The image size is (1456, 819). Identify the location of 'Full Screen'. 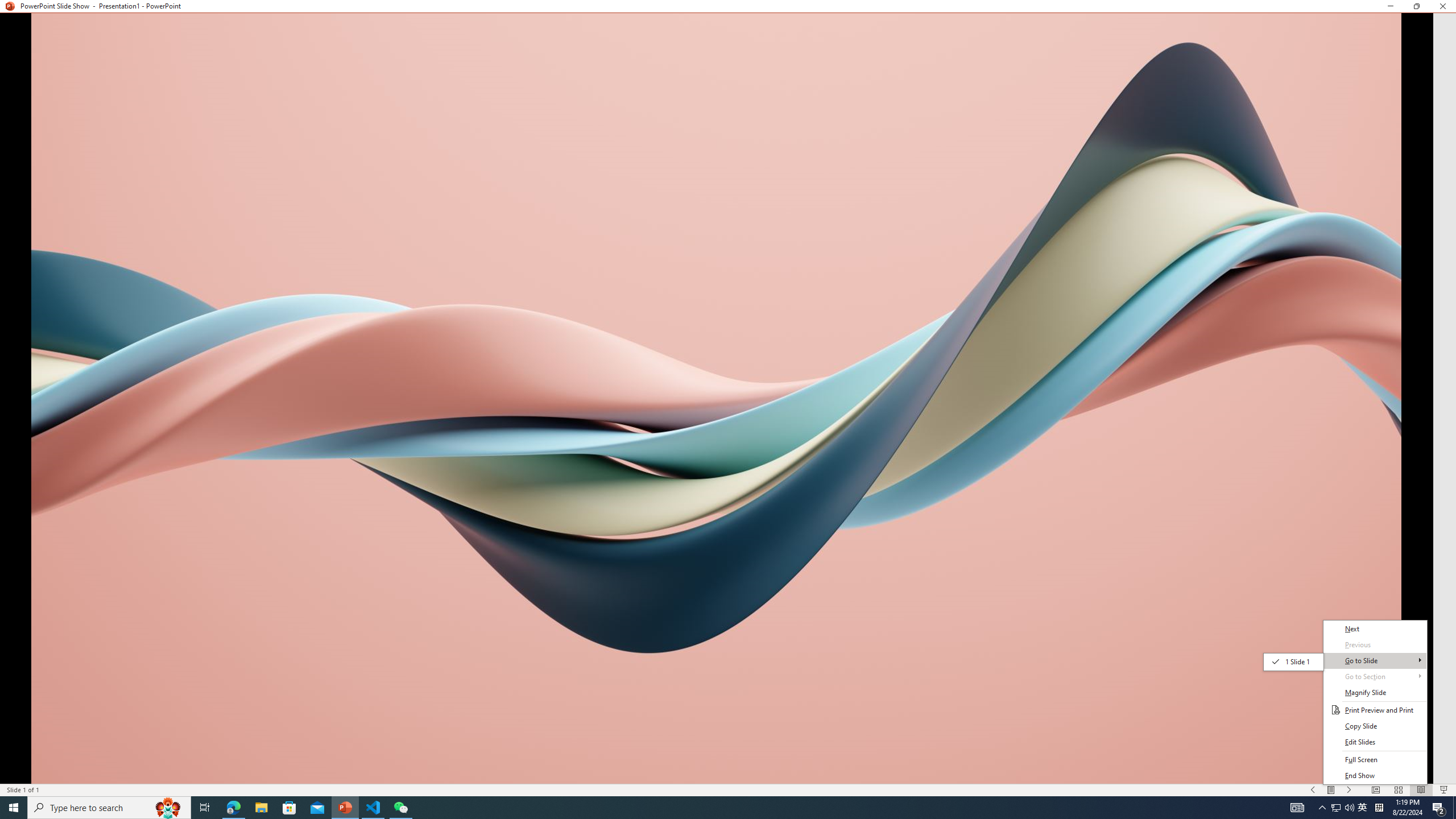
(1375, 760).